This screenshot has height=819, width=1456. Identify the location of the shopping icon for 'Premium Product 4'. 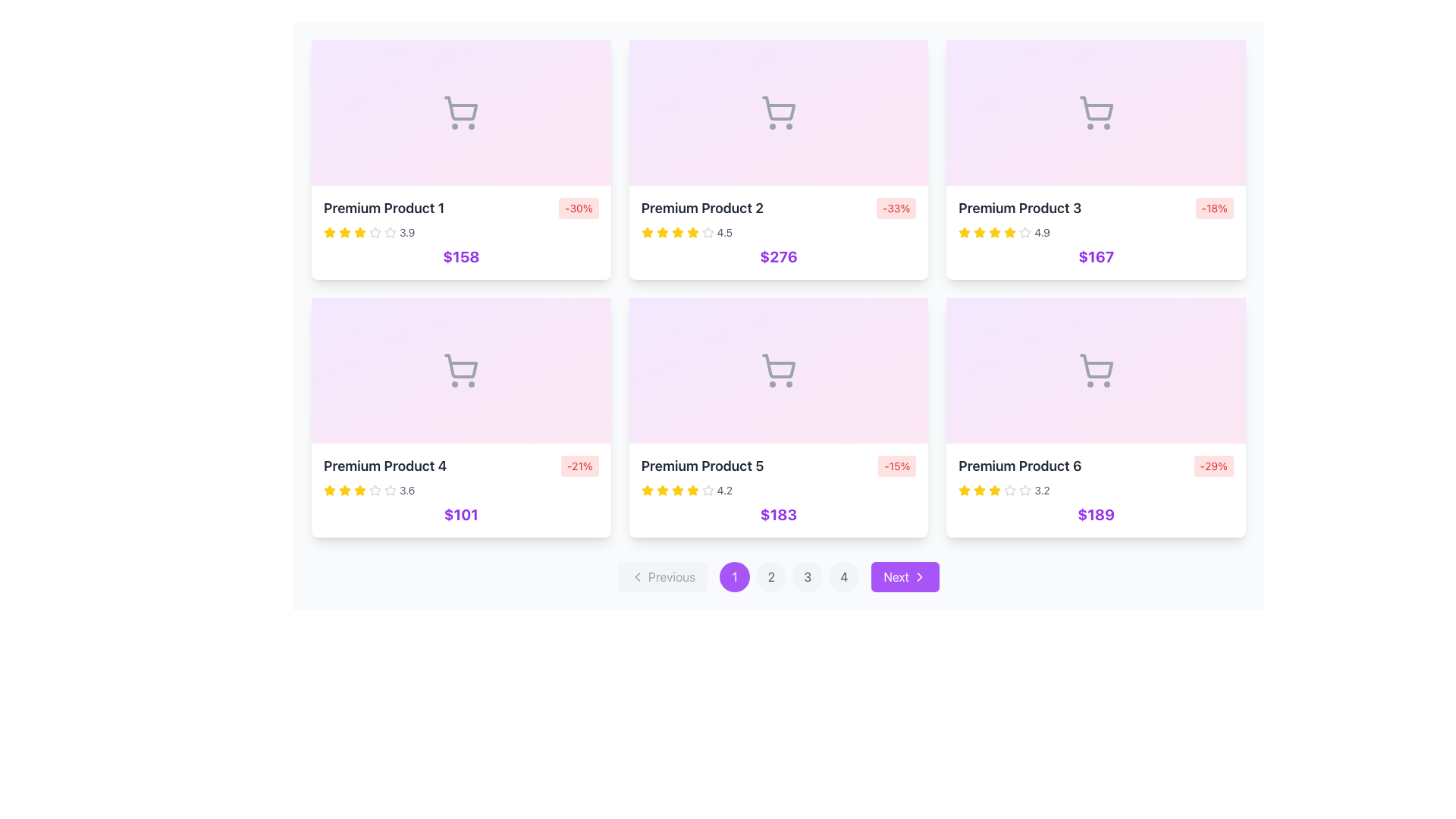
(460, 366).